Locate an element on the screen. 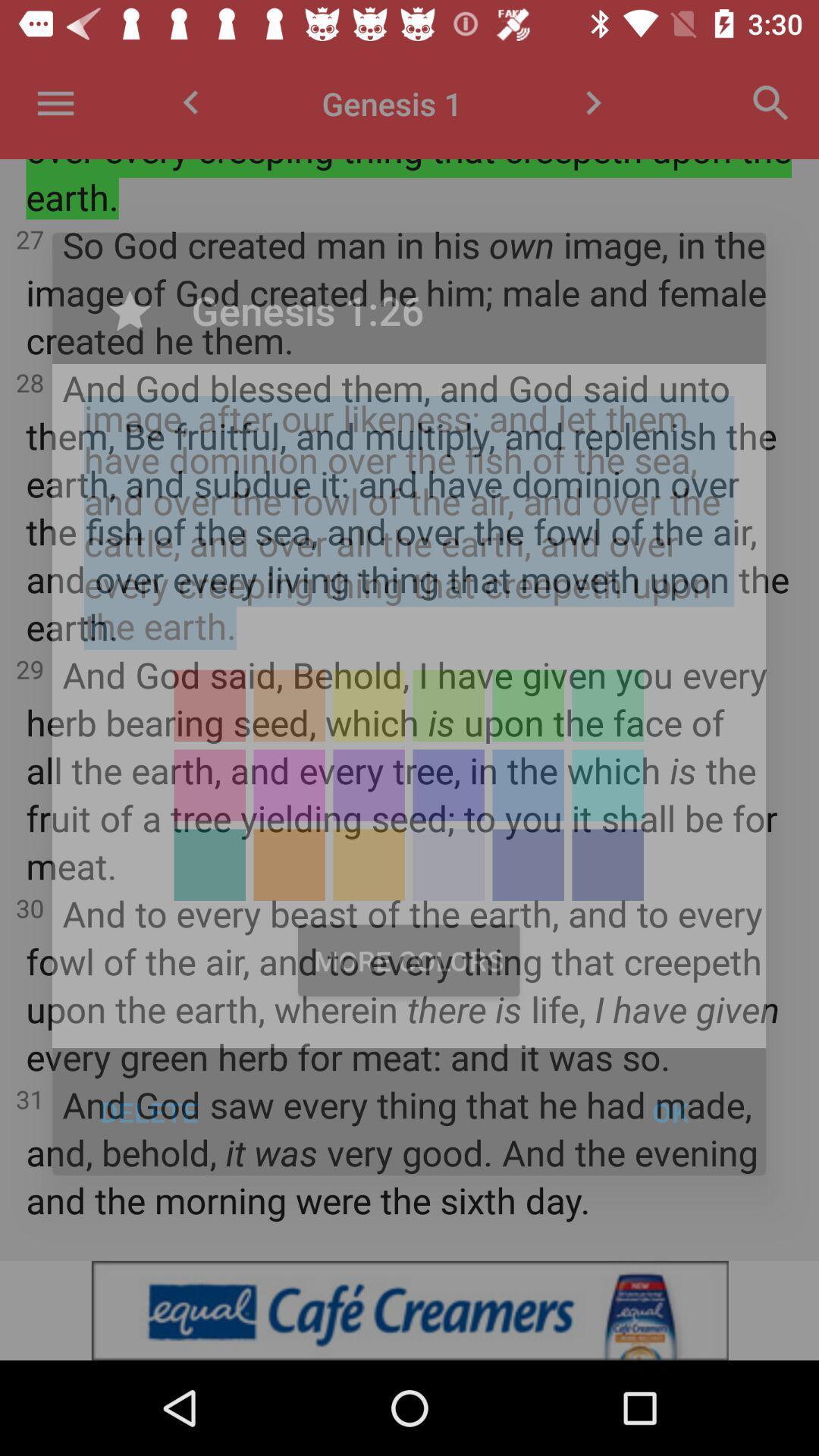 The height and width of the screenshot is (1456, 819). the arrow which is towards left and is on the left side of genesis 1 is located at coordinates (190, 102).